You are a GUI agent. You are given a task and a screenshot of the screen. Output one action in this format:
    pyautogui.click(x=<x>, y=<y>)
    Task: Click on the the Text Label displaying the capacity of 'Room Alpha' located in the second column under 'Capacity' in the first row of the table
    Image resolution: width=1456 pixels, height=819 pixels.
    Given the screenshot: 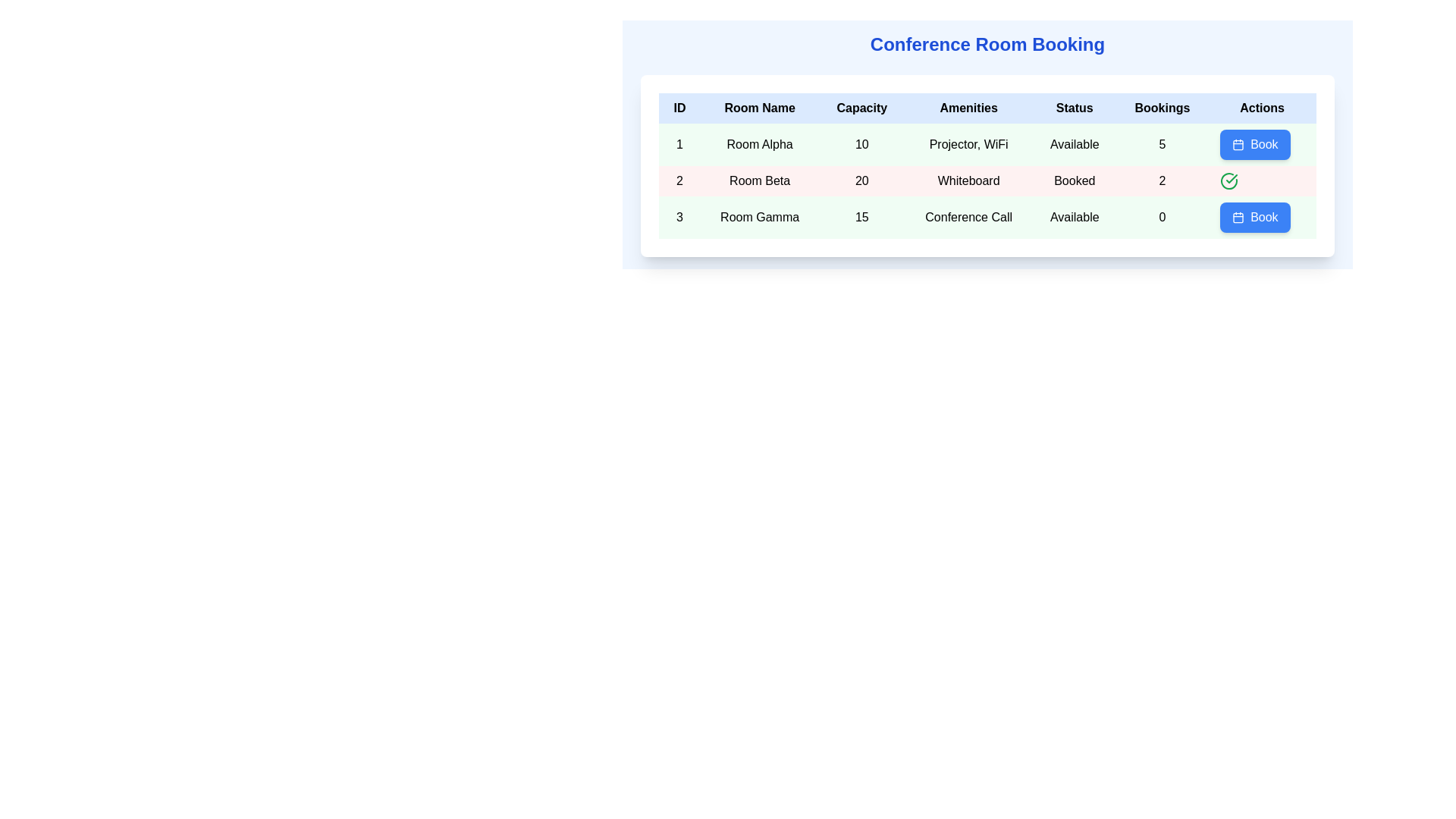 What is the action you would take?
    pyautogui.click(x=861, y=145)
    